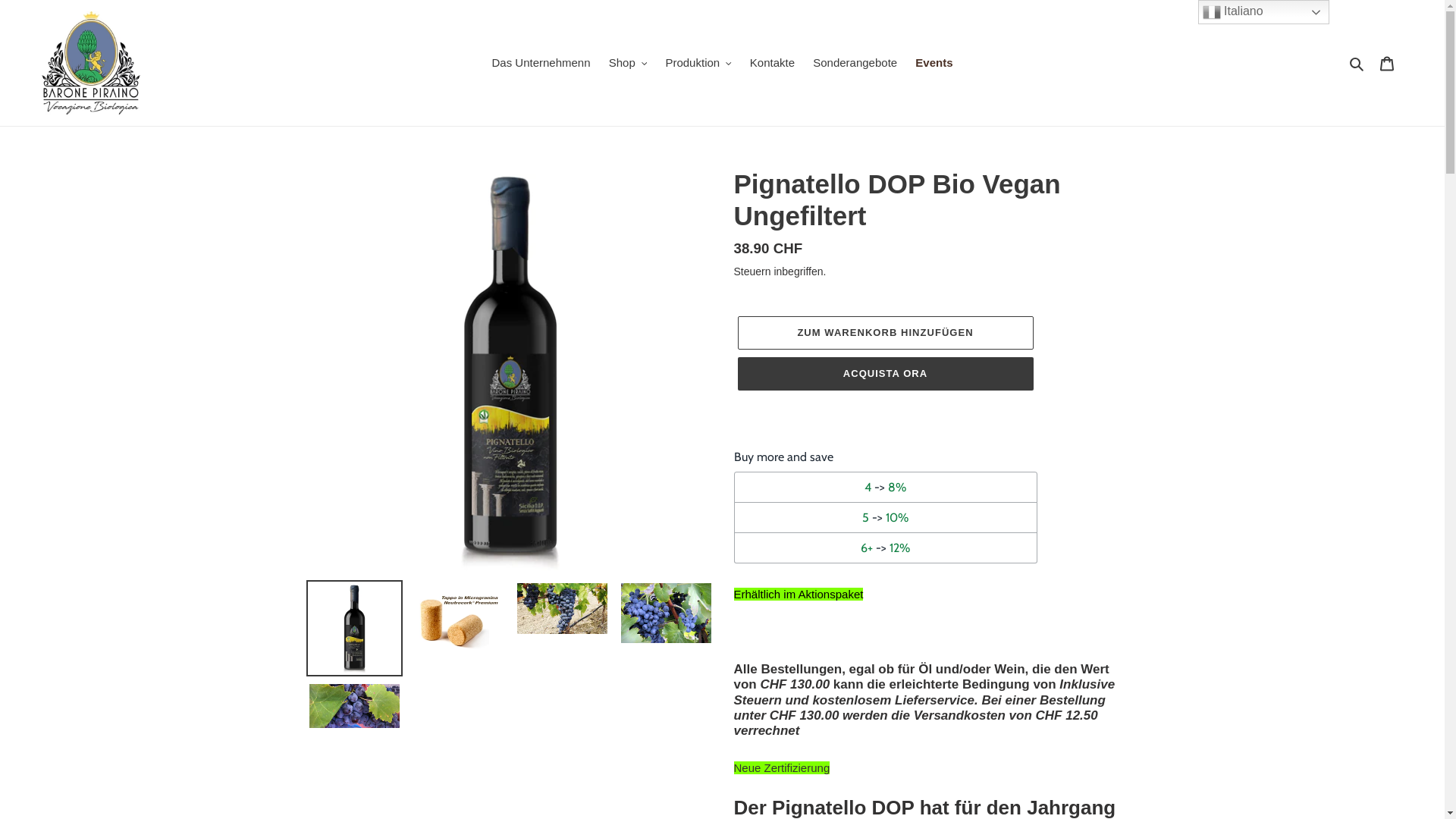  What do you see at coordinates (1357, 62) in the screenshot?
I see `'Suchen'` at bounding box center [1357, 62].